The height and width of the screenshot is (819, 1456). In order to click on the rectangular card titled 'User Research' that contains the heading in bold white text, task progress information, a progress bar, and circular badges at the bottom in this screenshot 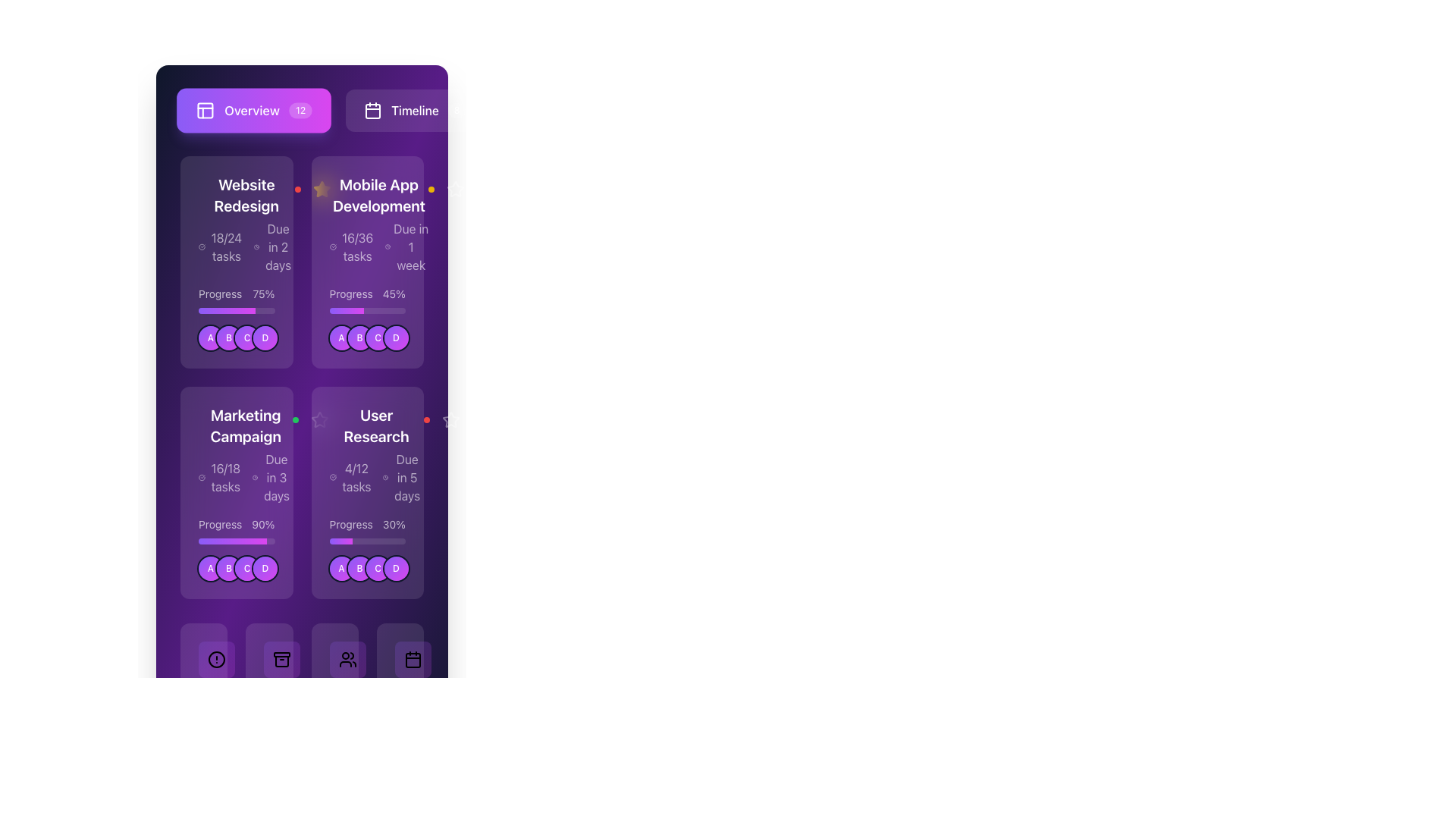, I will do `click(367, 493)`.